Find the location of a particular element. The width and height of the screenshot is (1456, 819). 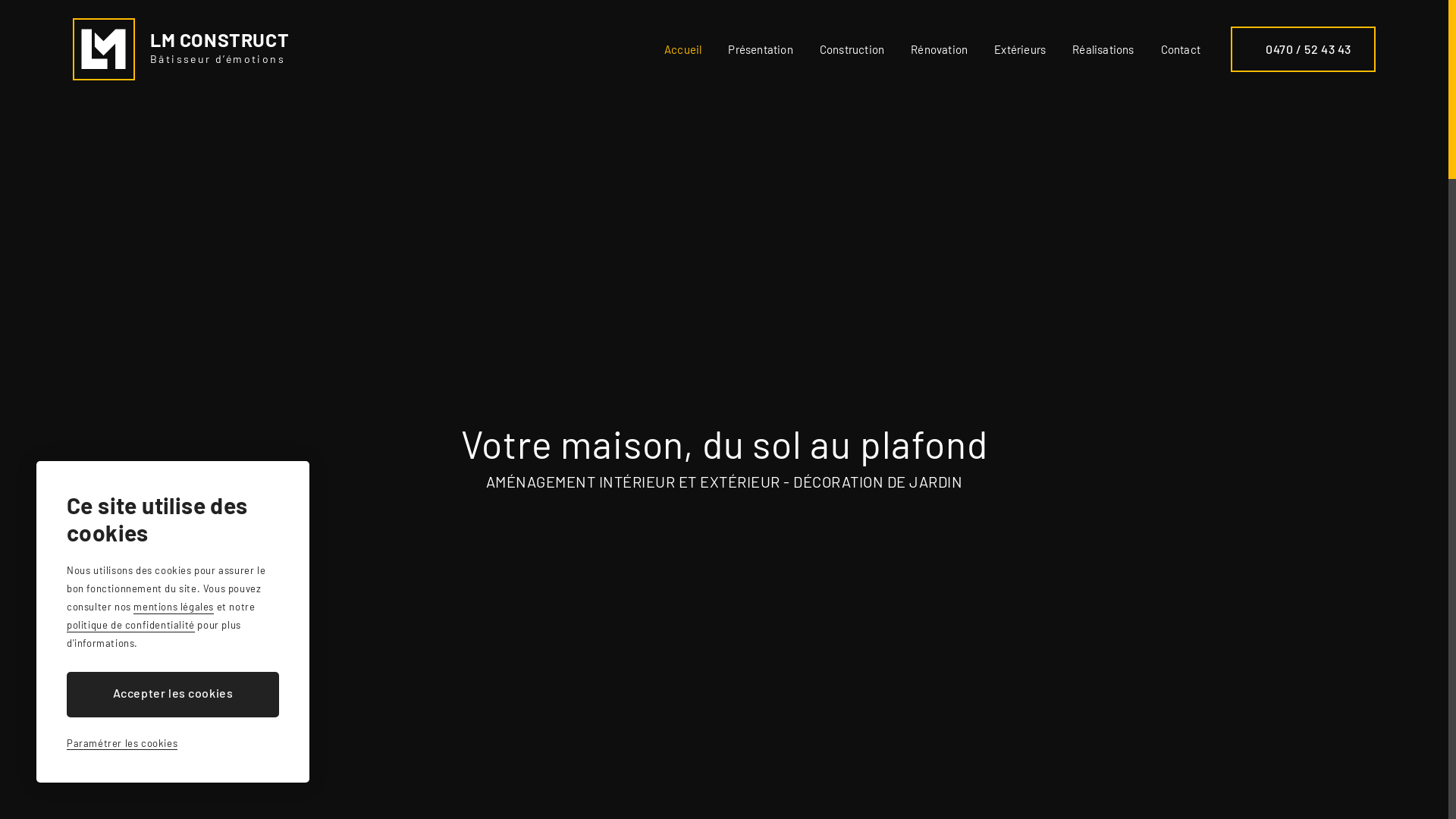

'0470 / 52 43 43' is located at coordinates (1230, 49).